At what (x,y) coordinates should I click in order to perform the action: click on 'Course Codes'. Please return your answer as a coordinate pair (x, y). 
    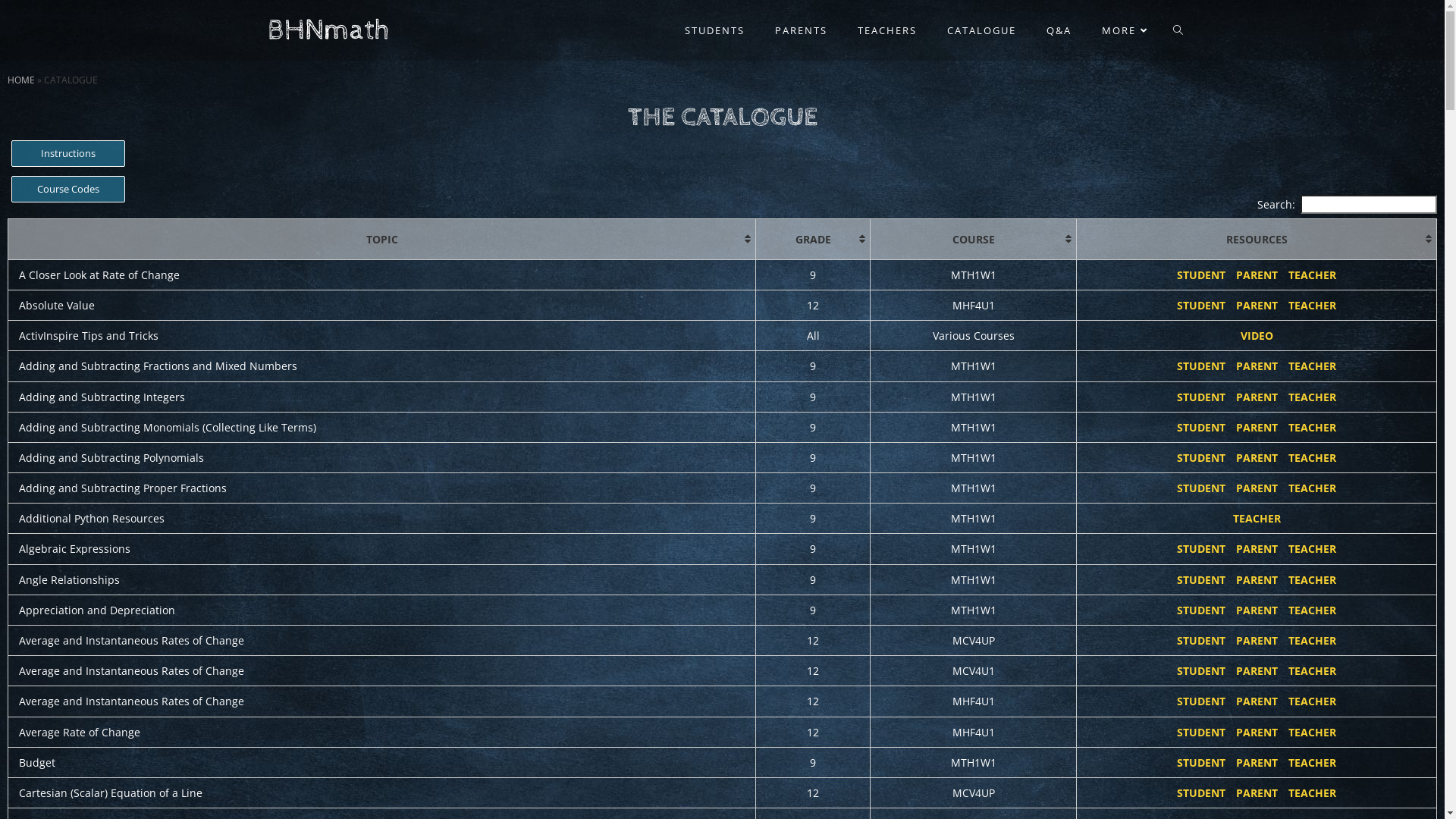
    Looking at the image, I should click on (11, 188).